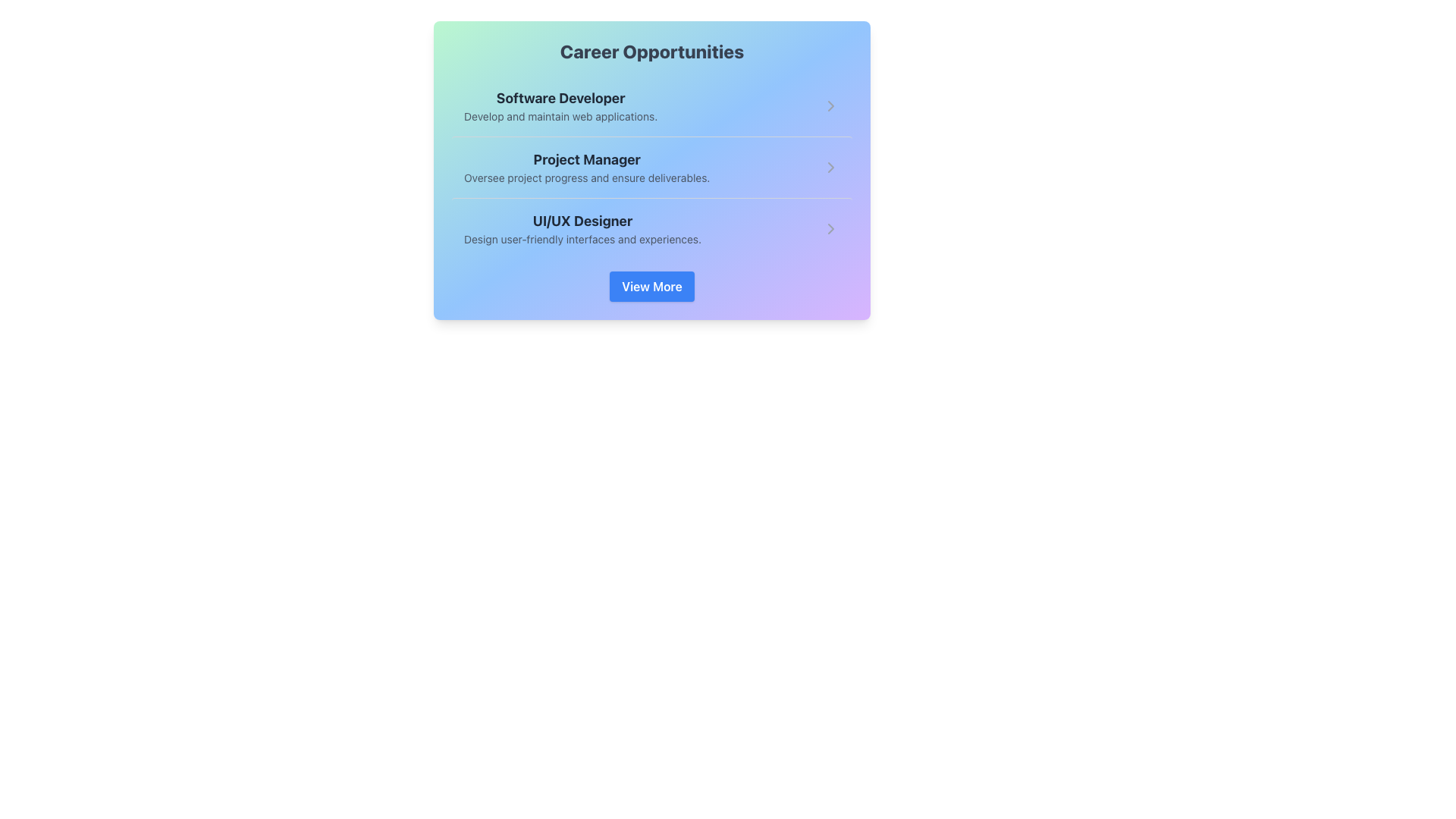 The image size is (1456, 819). What do you see at coordinates (582, 239) in the screenshot?
I see `the descriptive text about the UI/UX Designer role, which is centrally aligned and located below the 'UI/UX Designer' text` at bounding box center [582, 239].